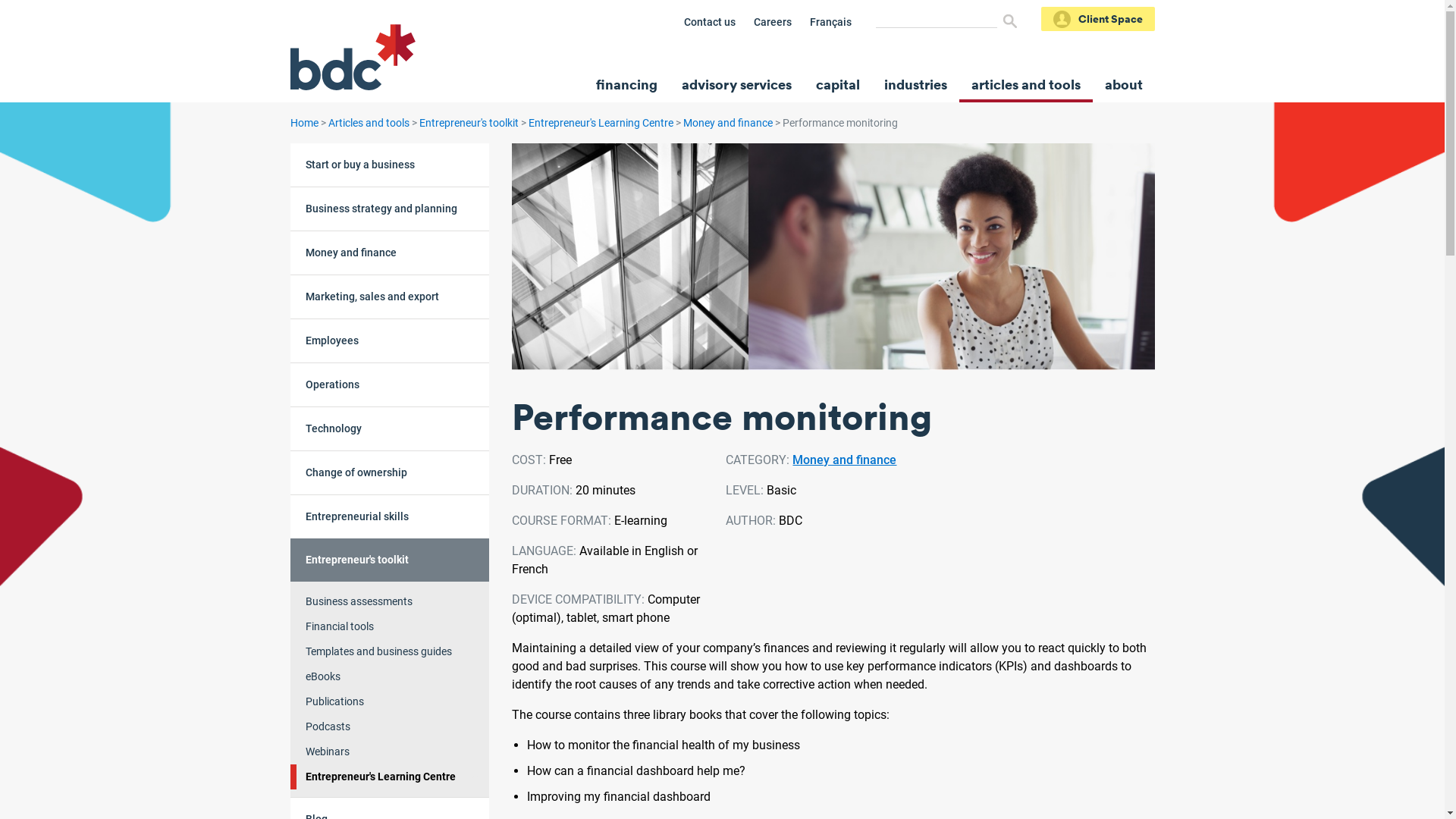 This screenshot has width=1456, height=819. I want to click on 'Contact us', so click(709, 22).